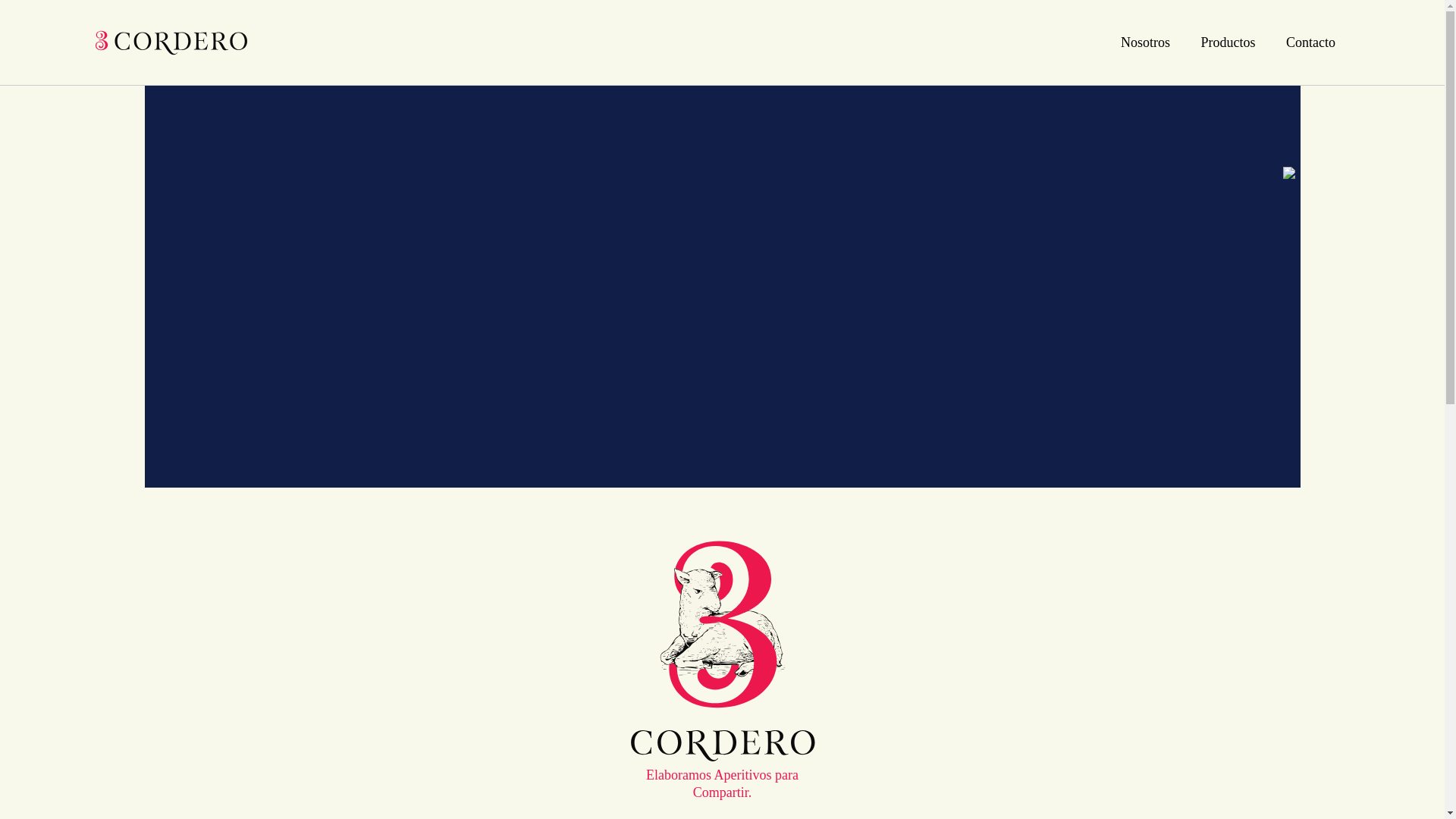  Describe the element at coordinates (1310, 42) in the screenshot. I see `'Contacto'` at that location.